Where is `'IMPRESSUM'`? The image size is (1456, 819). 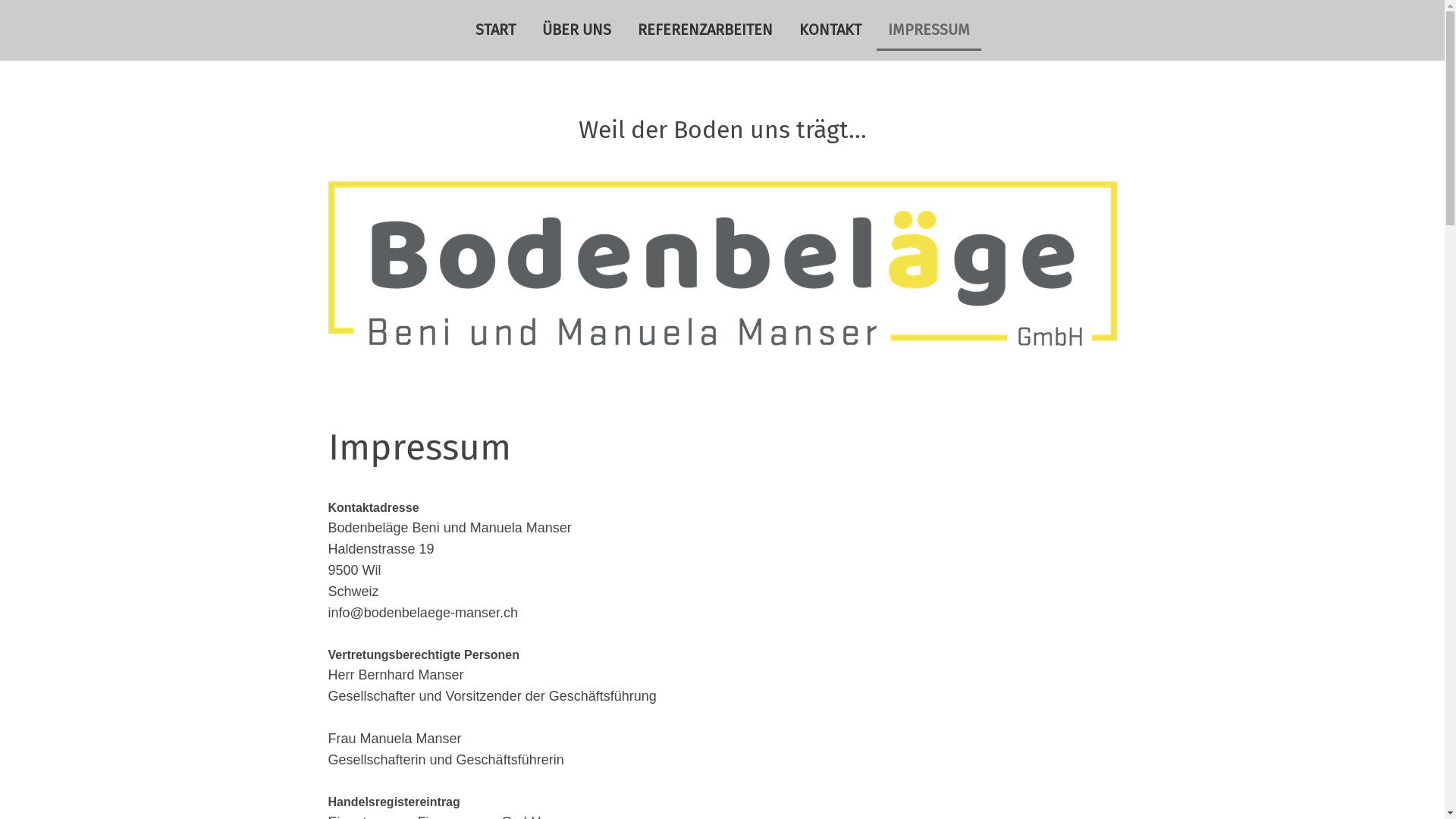 'IMPRESSUM' is located at coordinates (927, 30).